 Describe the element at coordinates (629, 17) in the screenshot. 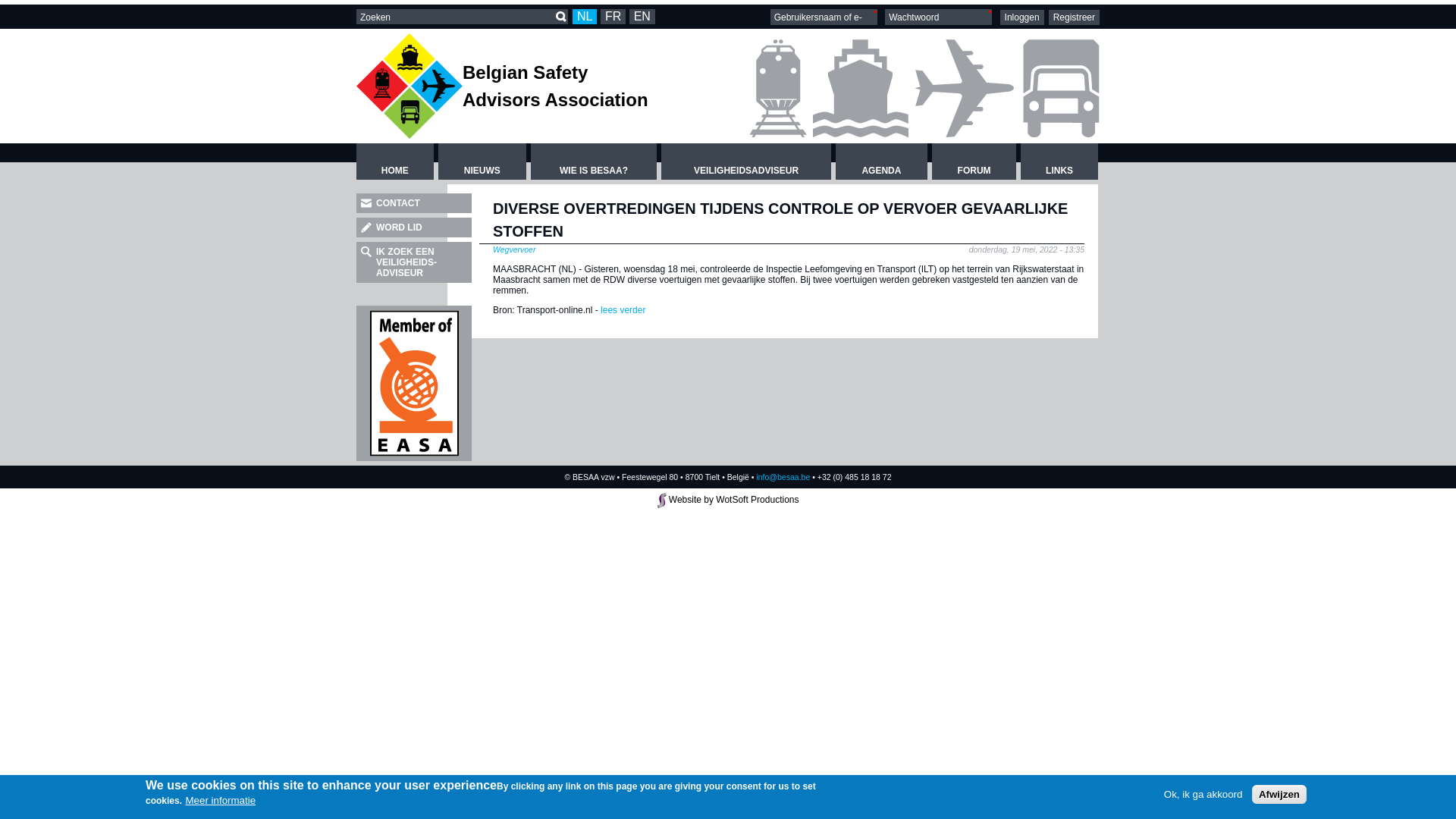

I see `'EN'` at that location.